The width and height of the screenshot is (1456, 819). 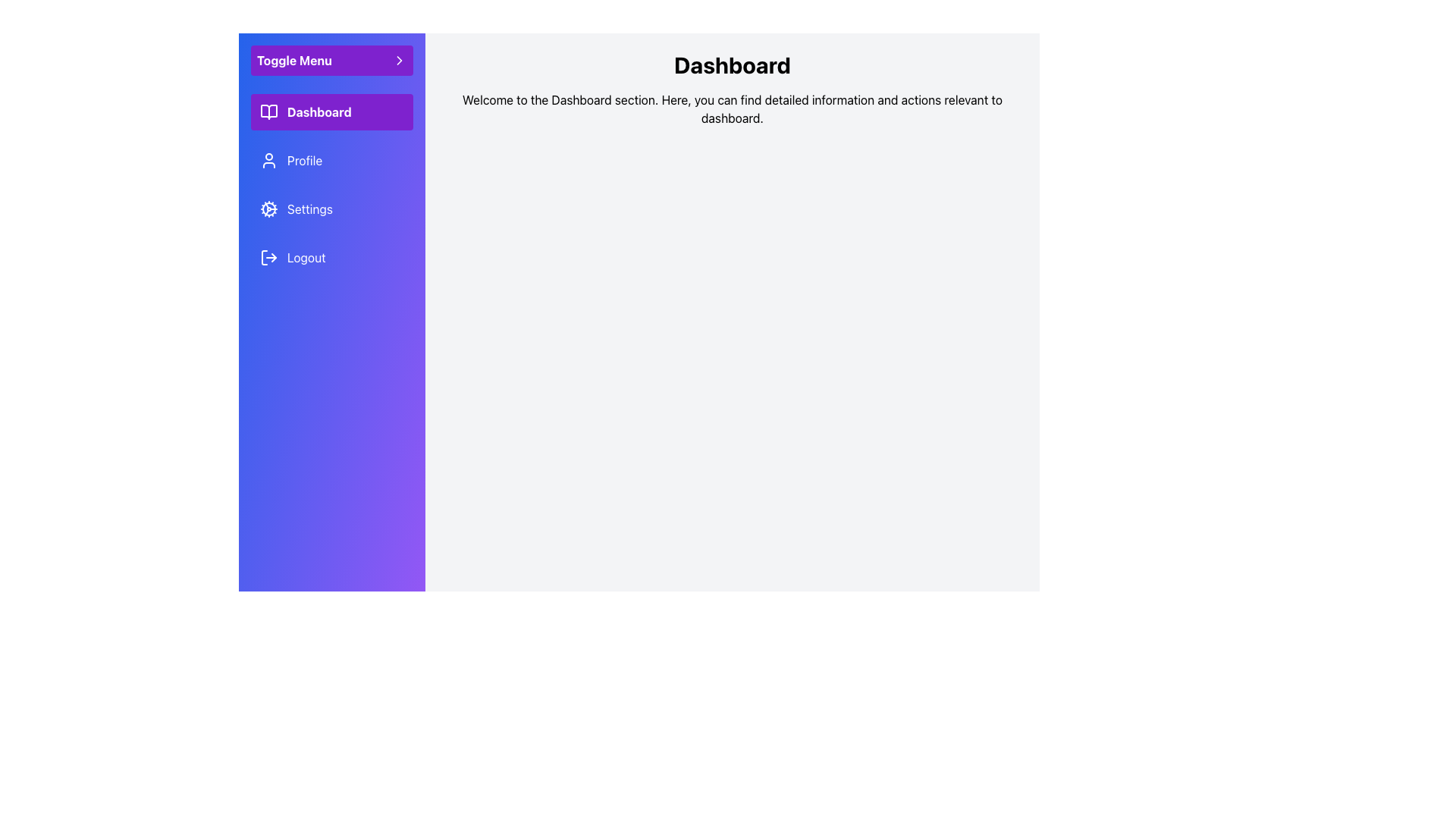 What do you see at coordinates (309, 209) in the screenshot?
I see `the 'Settings' text label, which is styled in white on a gradient purple-blue background` at bounding box center [309, 209].